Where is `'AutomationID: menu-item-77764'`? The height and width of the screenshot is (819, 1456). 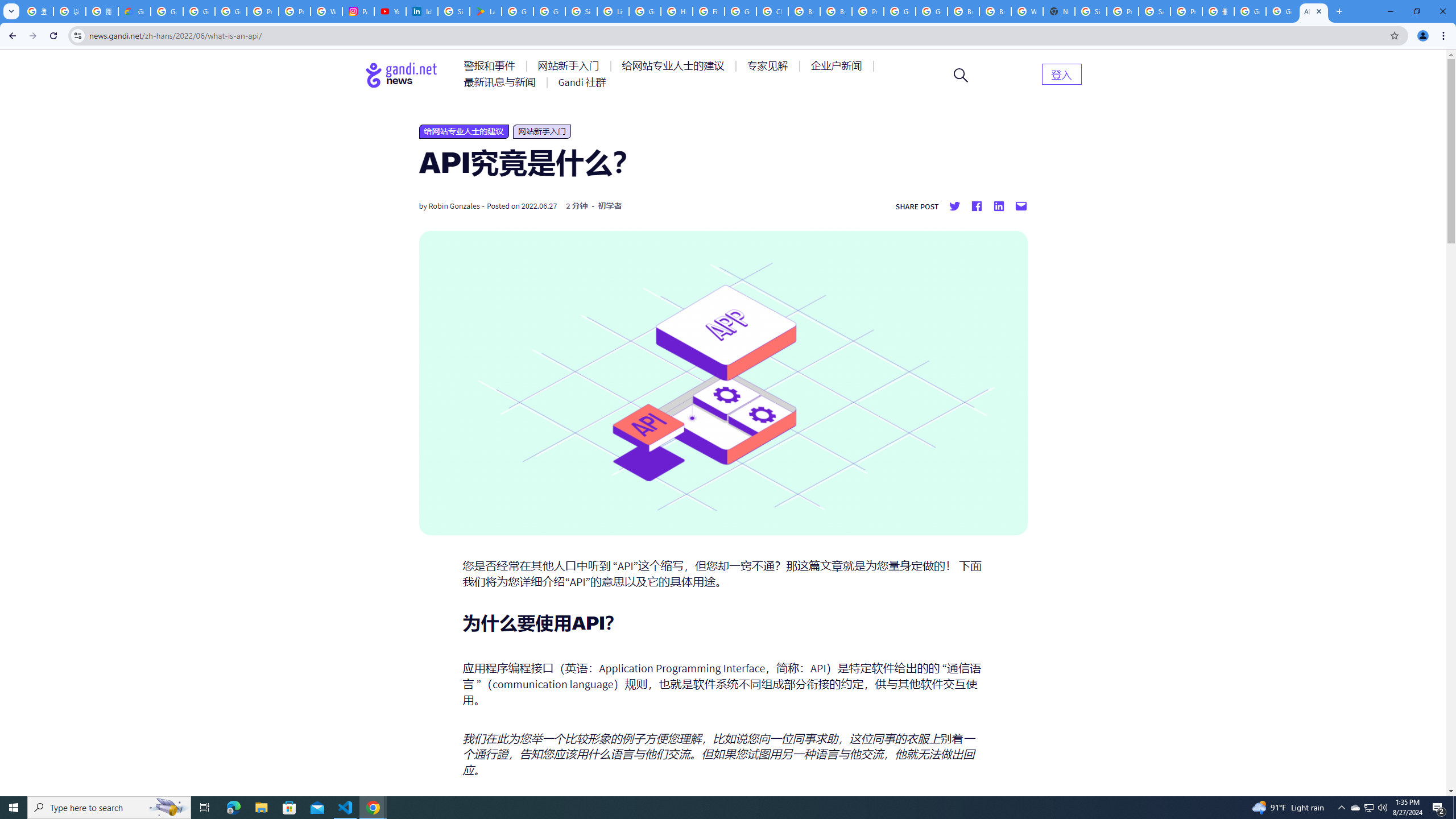
'AutomationID: menu-item-77764' is located at coordinates (769, 65).